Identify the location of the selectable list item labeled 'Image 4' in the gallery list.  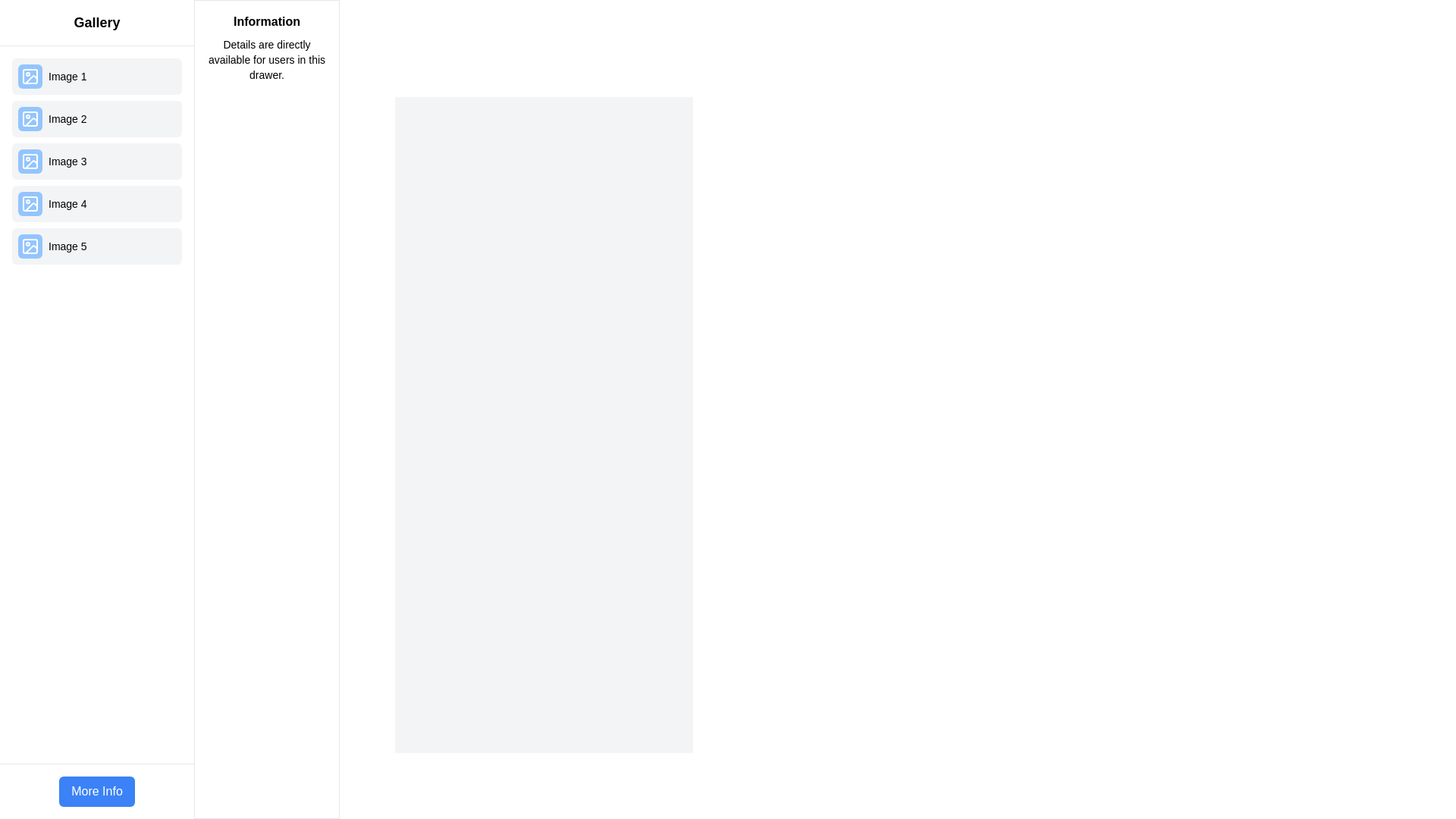
(96, 203).